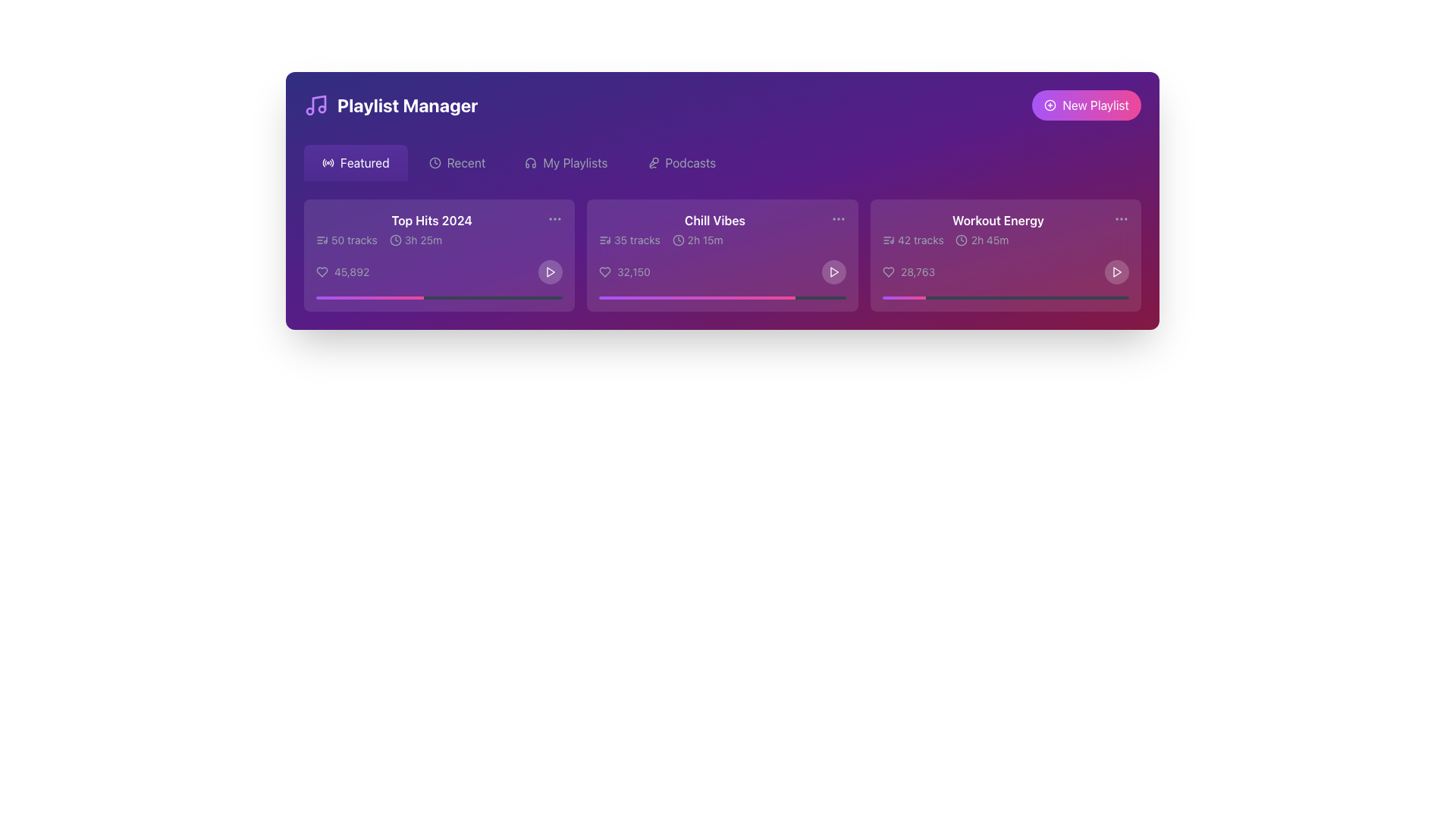 This screenshot has width=1456, height=819. Describe the element at coordinates (888, 239) in the screenshot. I see `the music or playlist icon located in the upper-left portion of the 'Workout Energy' playlist card, which serves as a visual indicator for playlist content` at that location.